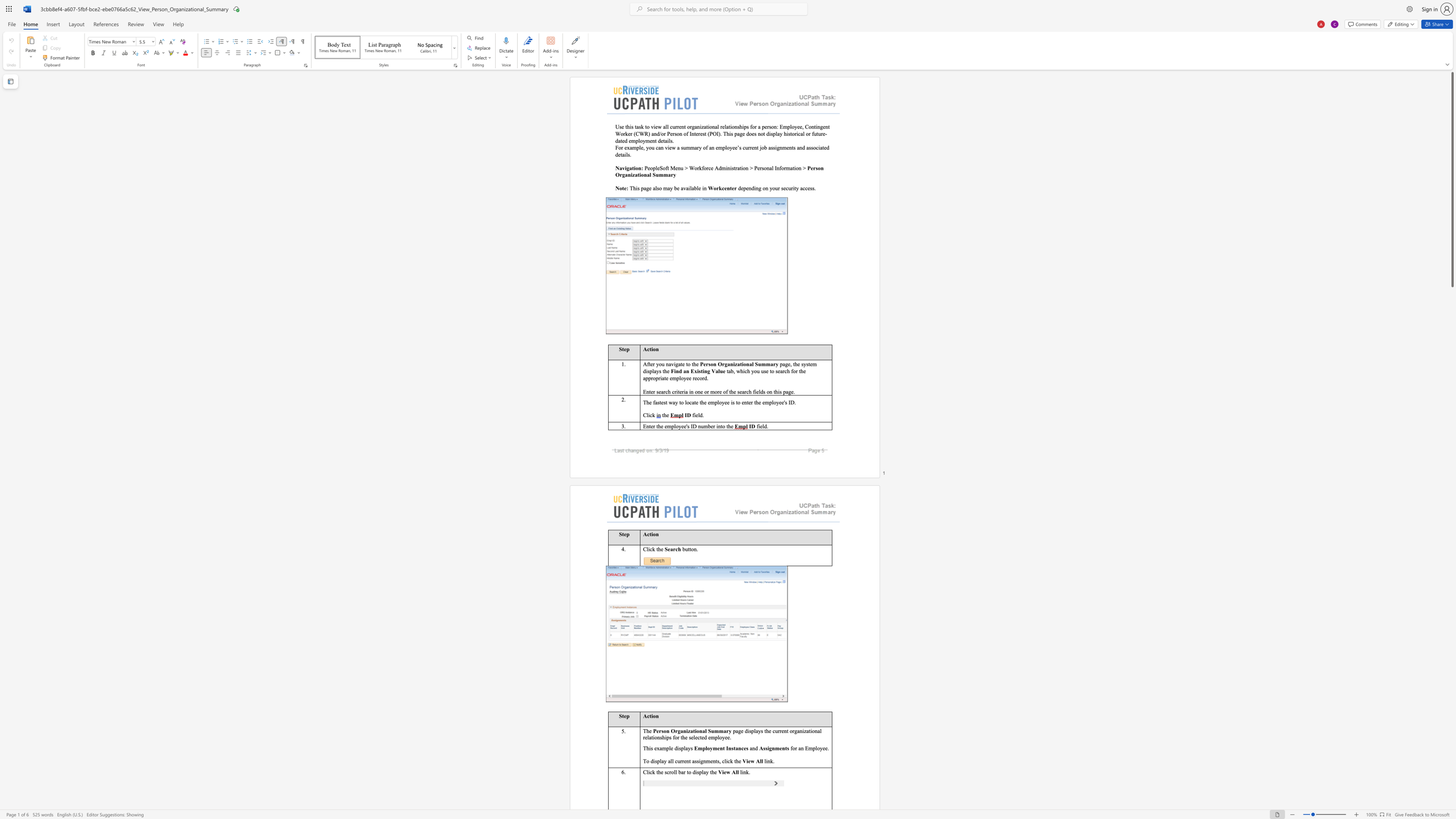  I want to click on the subset text "ab, which you use to search for t" within the text "tab, which you use to search for the", so click(728, 370).